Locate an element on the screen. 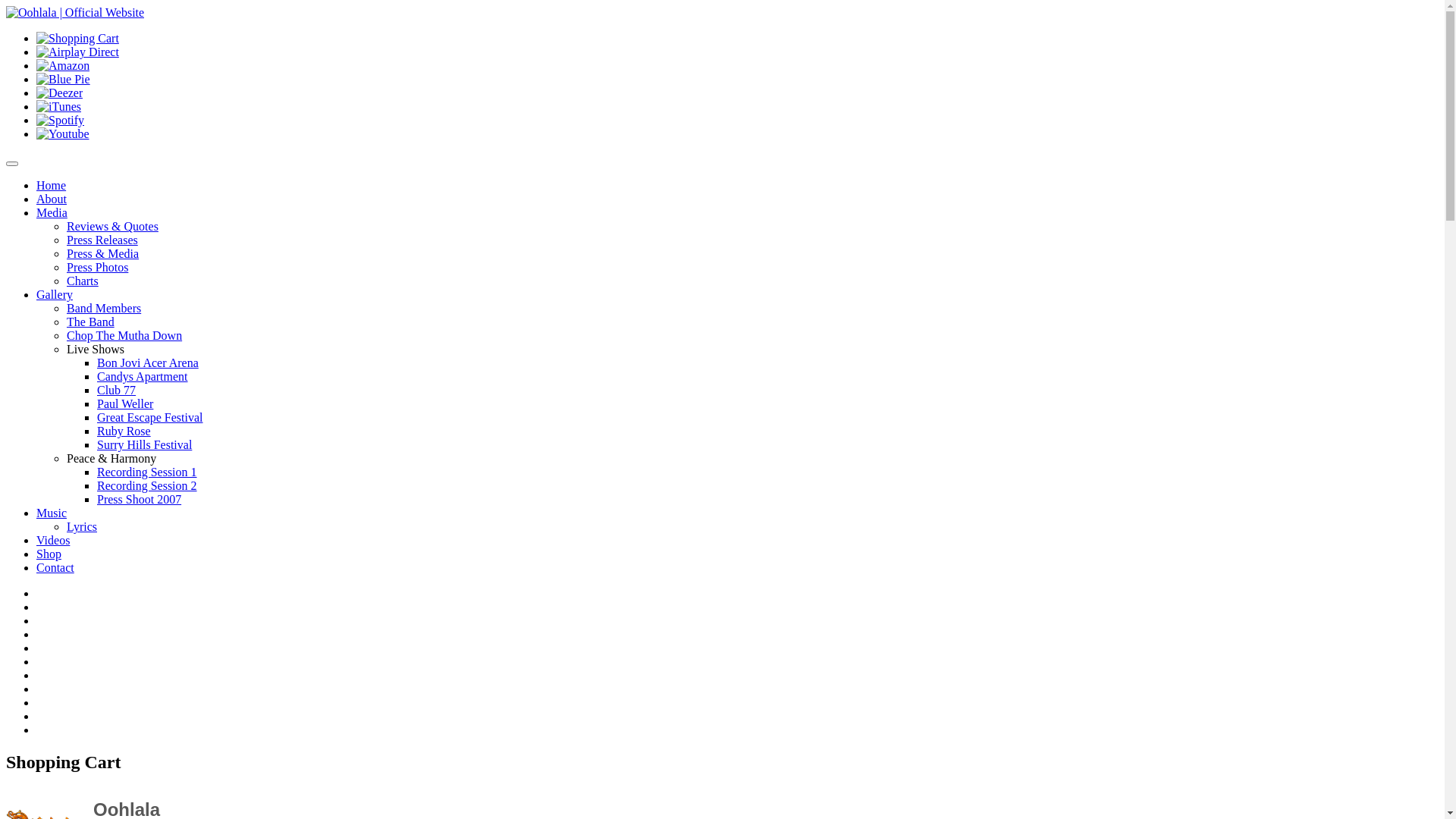 The image size is (1456, 819). 'Blue Pie ' is located at coordinates (36, 79).